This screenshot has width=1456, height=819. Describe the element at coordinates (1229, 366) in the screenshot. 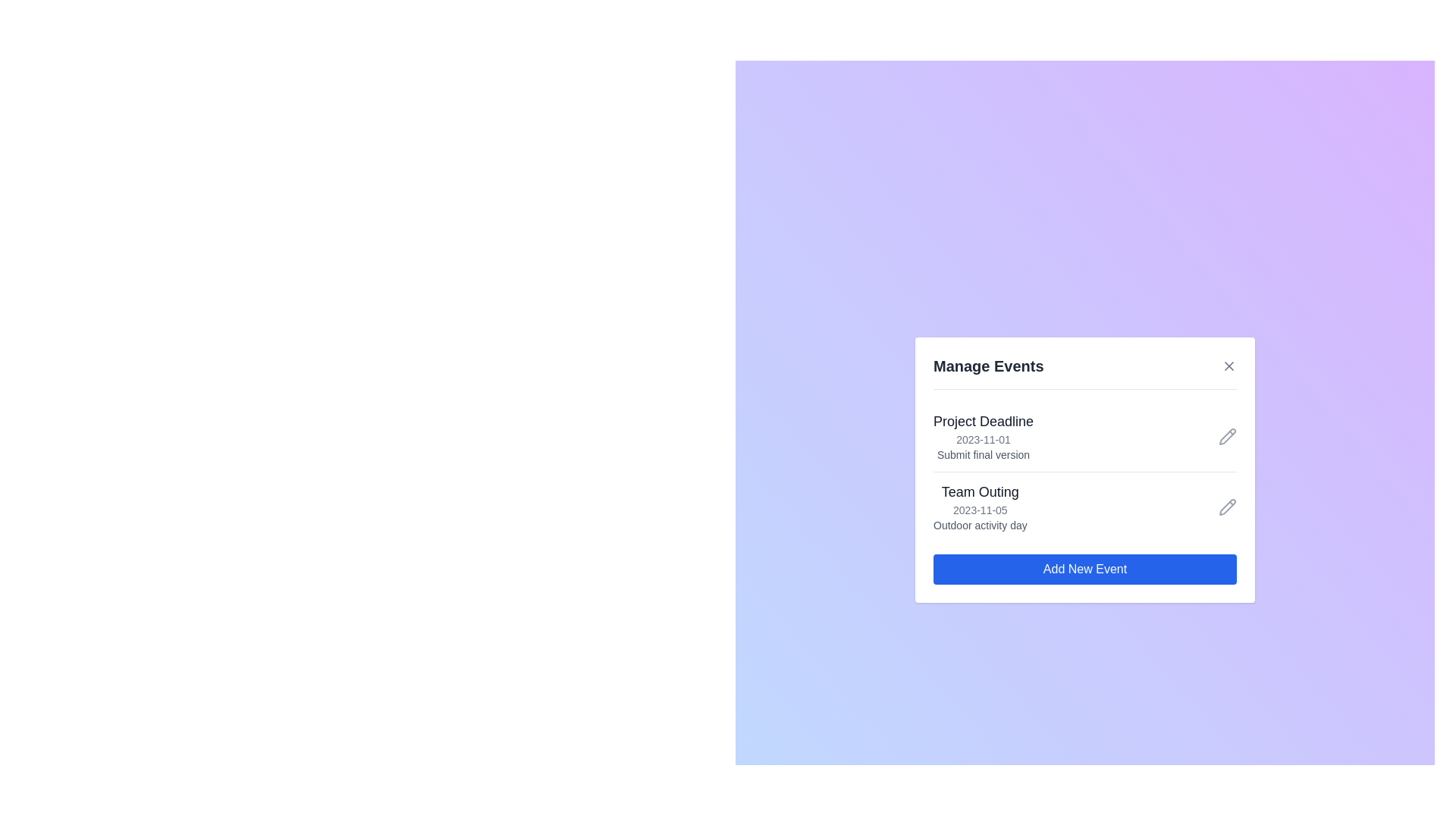

I see `the close button to close the dialog` at that location.